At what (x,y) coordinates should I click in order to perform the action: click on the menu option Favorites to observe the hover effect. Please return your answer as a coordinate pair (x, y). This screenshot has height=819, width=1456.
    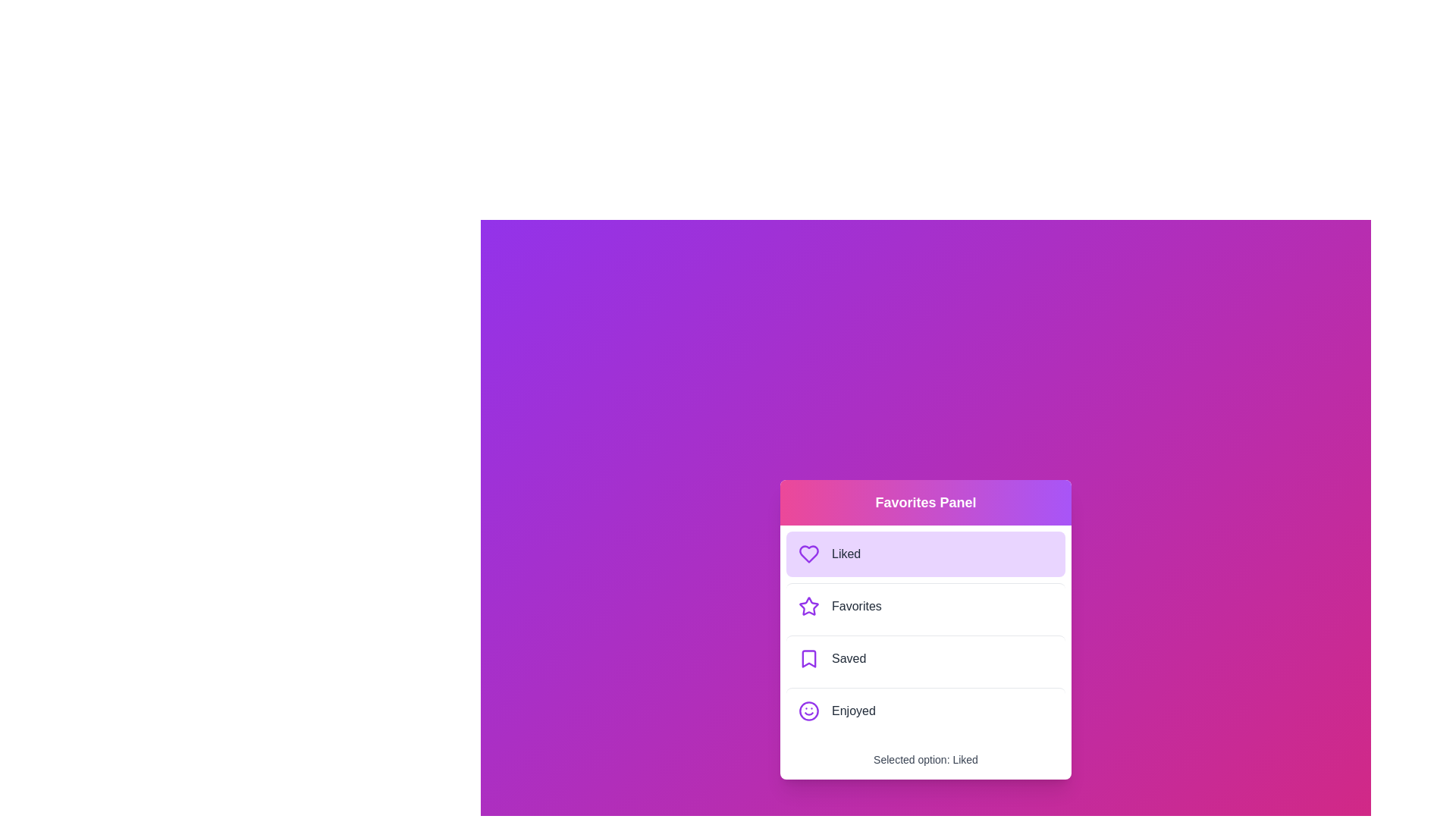
    Looking at the image, I should click on (924, 604).